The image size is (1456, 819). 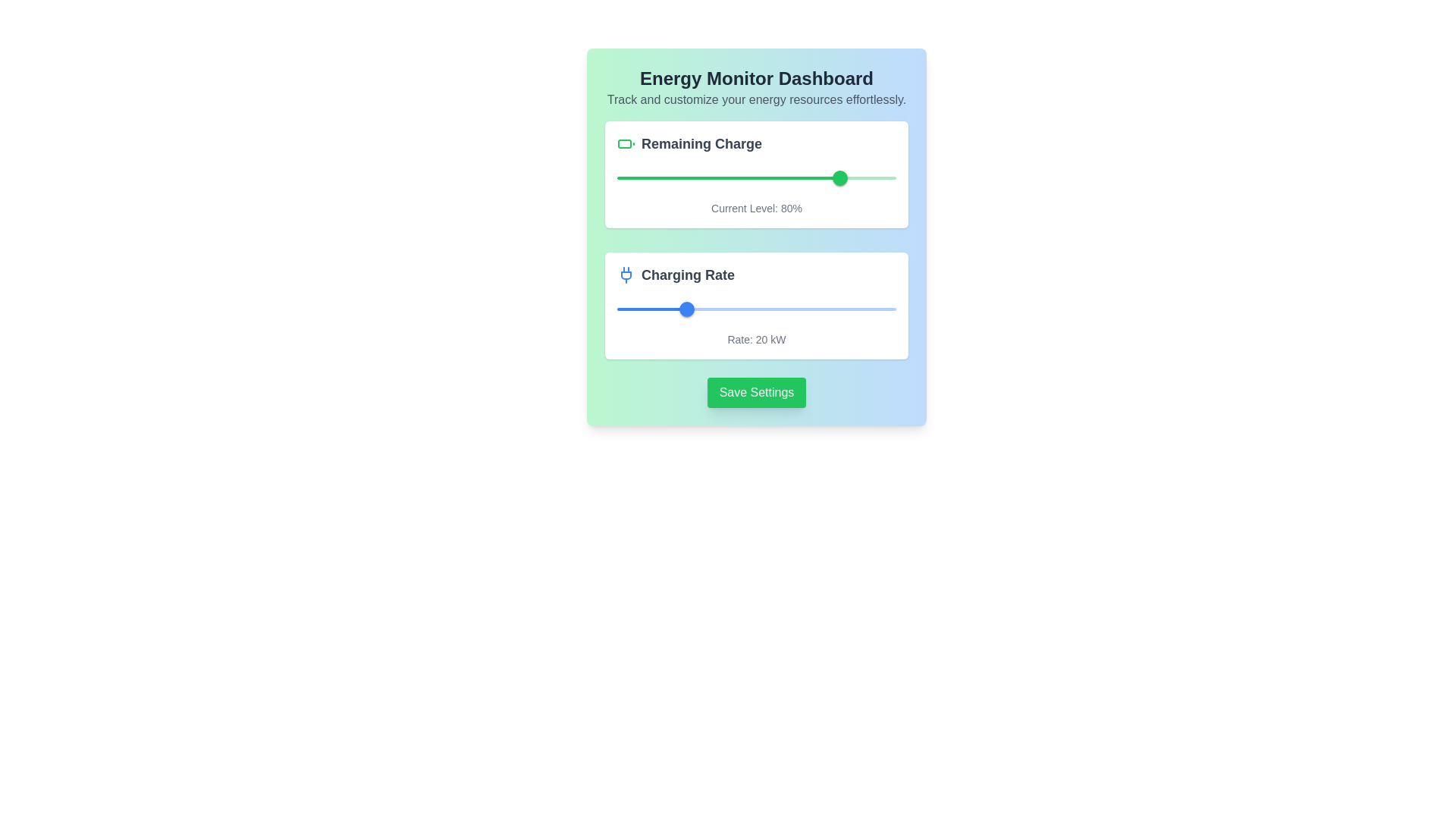 I want to click on the slider, so click(x=879, y=309).